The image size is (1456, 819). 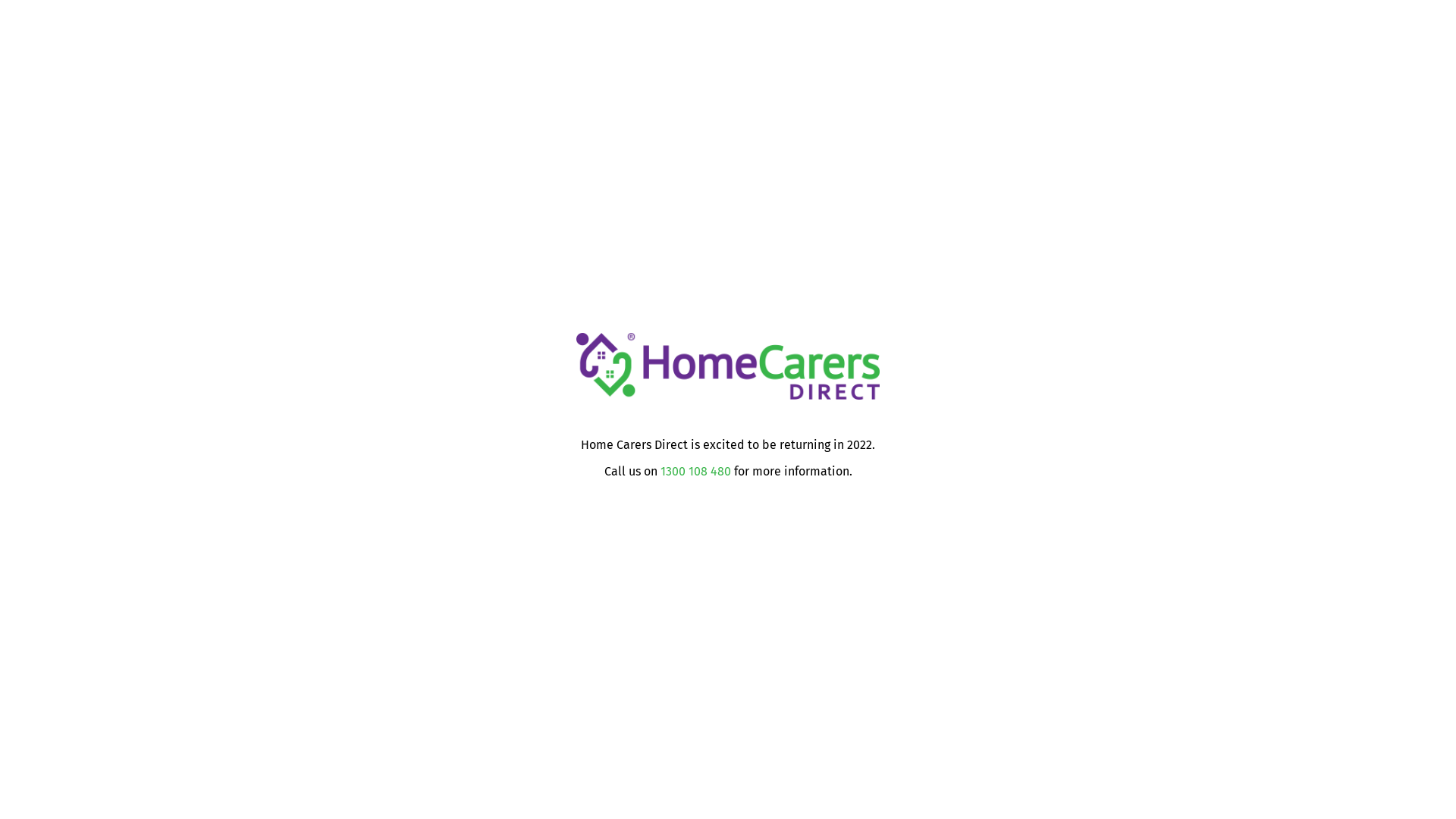 I want to click on '1300 108 480', so click(x=694, y=470).